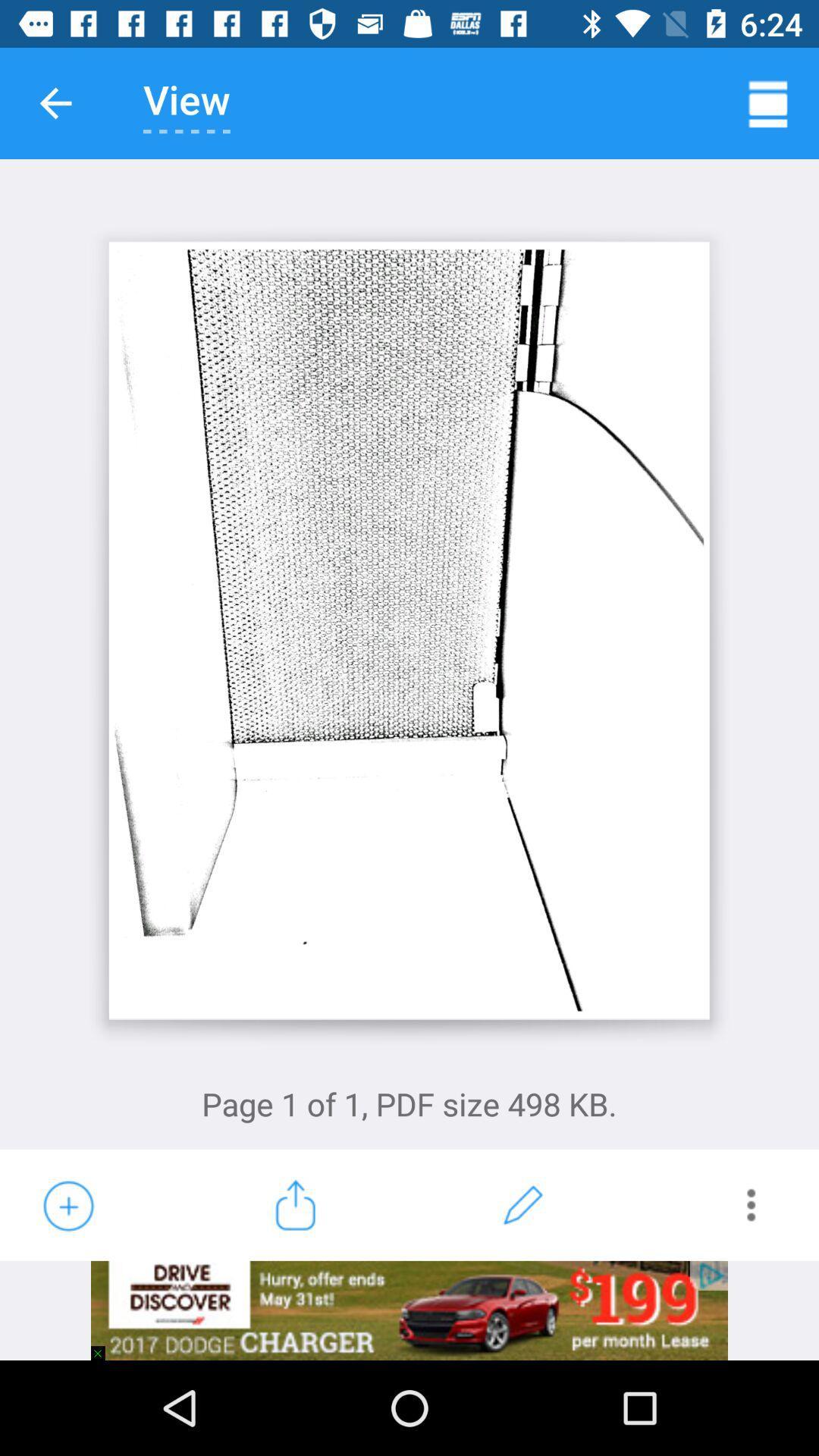 Image resolution: width=819 pixels, height=1456 pixels. Describe the element at coordinates (522, 1204) in the screenshot. I see `the edit icon` at that location.